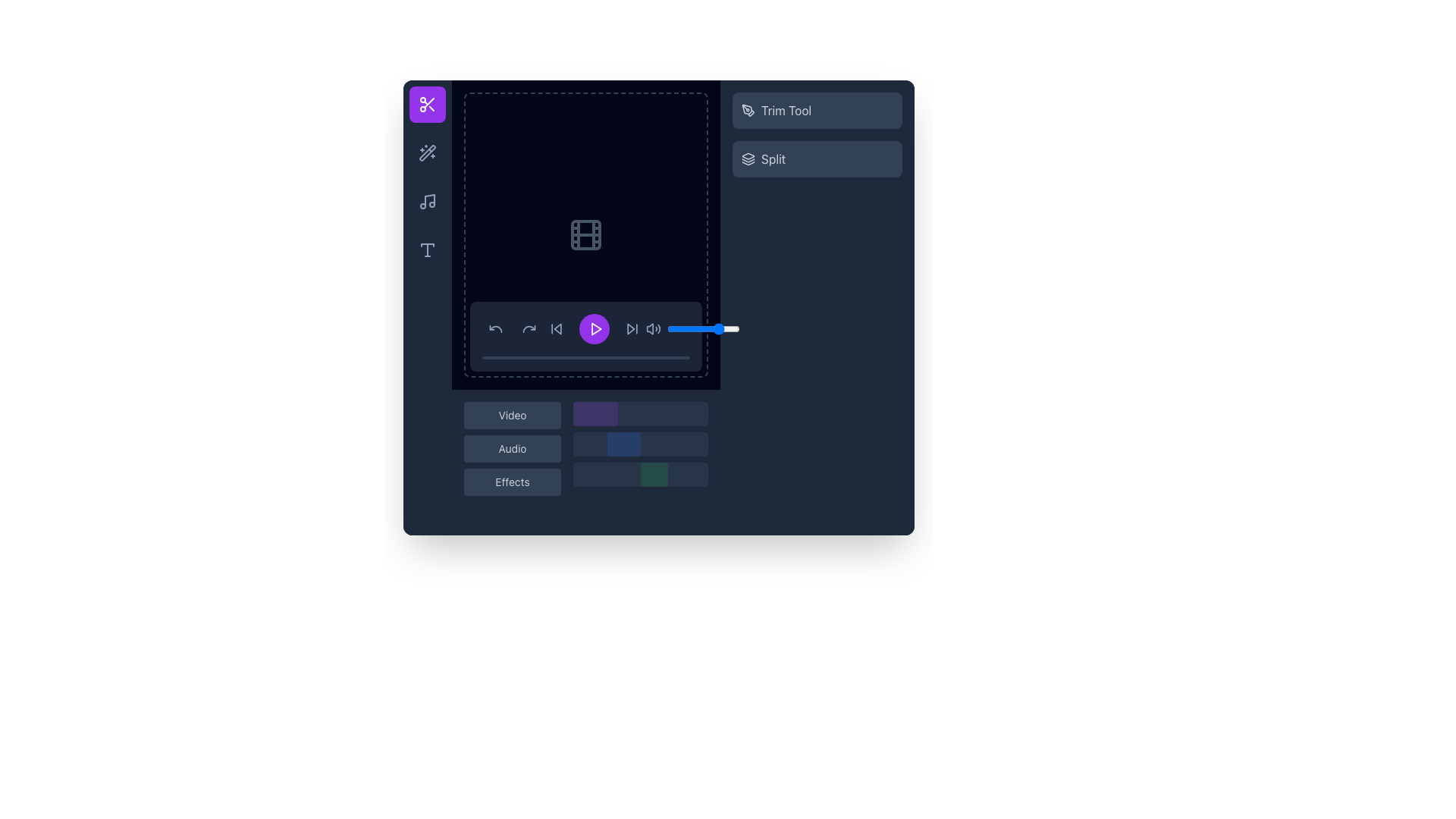 The width and height of the screenshot is (1456, 819). Describe the element at coordinates (428, 199) in the screenshot. I see `the music note icon located in the sidebar menu, specifically in the third position from the top, beneath the scissors and brush icons` at that location.